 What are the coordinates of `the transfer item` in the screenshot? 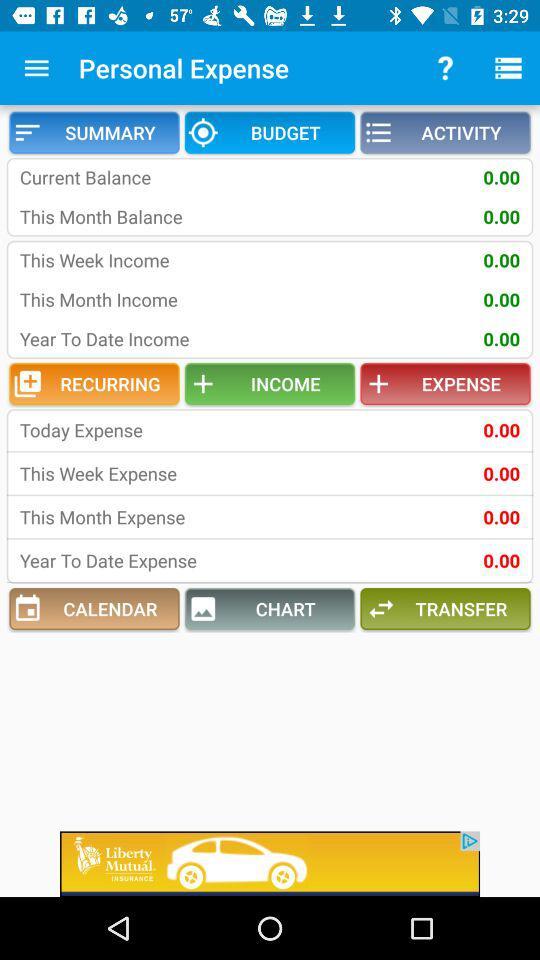 It's located at (445, 608).